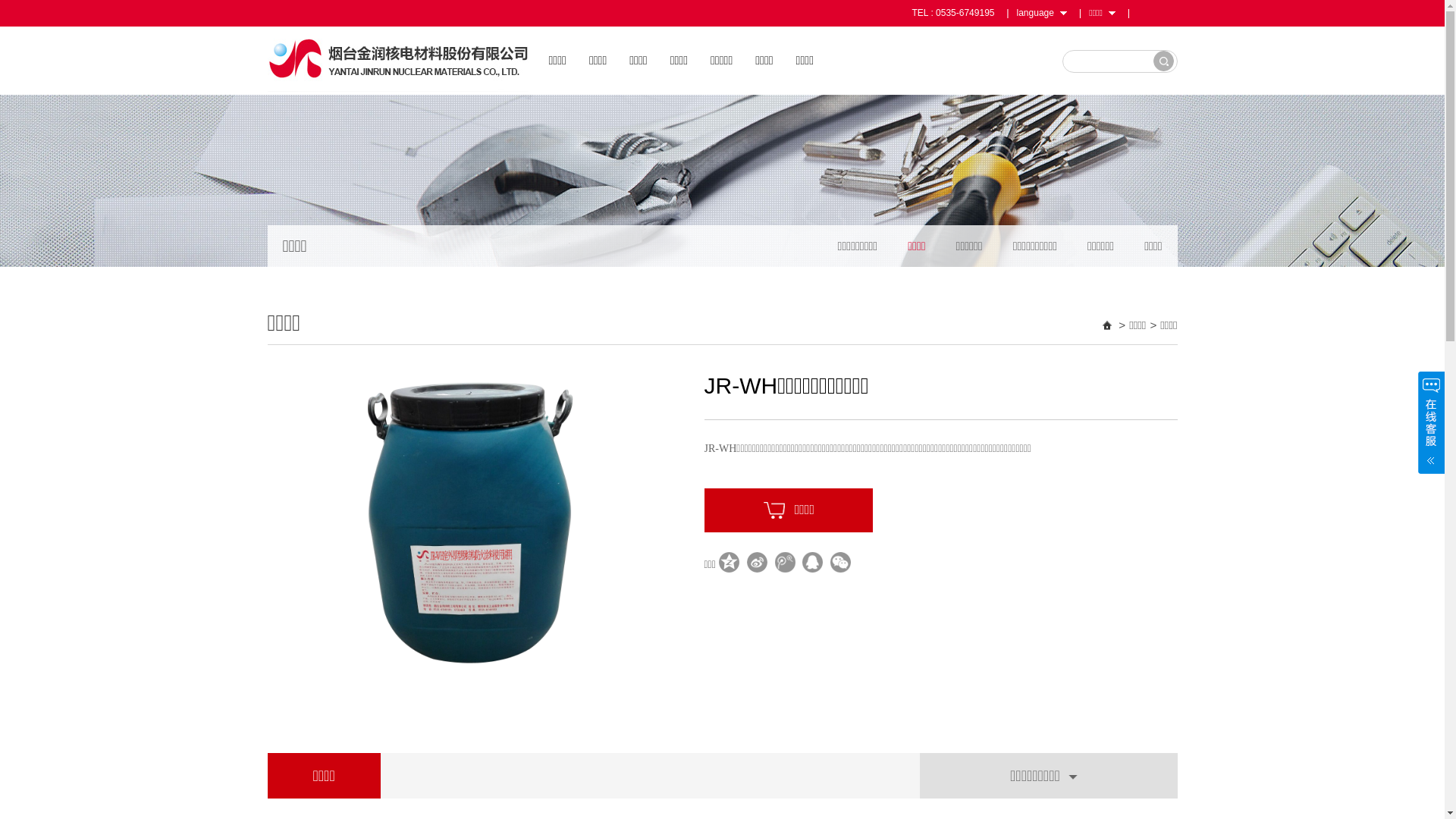 This screenshot has height=819, width=1456. Describe the element at coordinates (964, 12) in the screenshot. I see `'0535-6749195'` at that location.